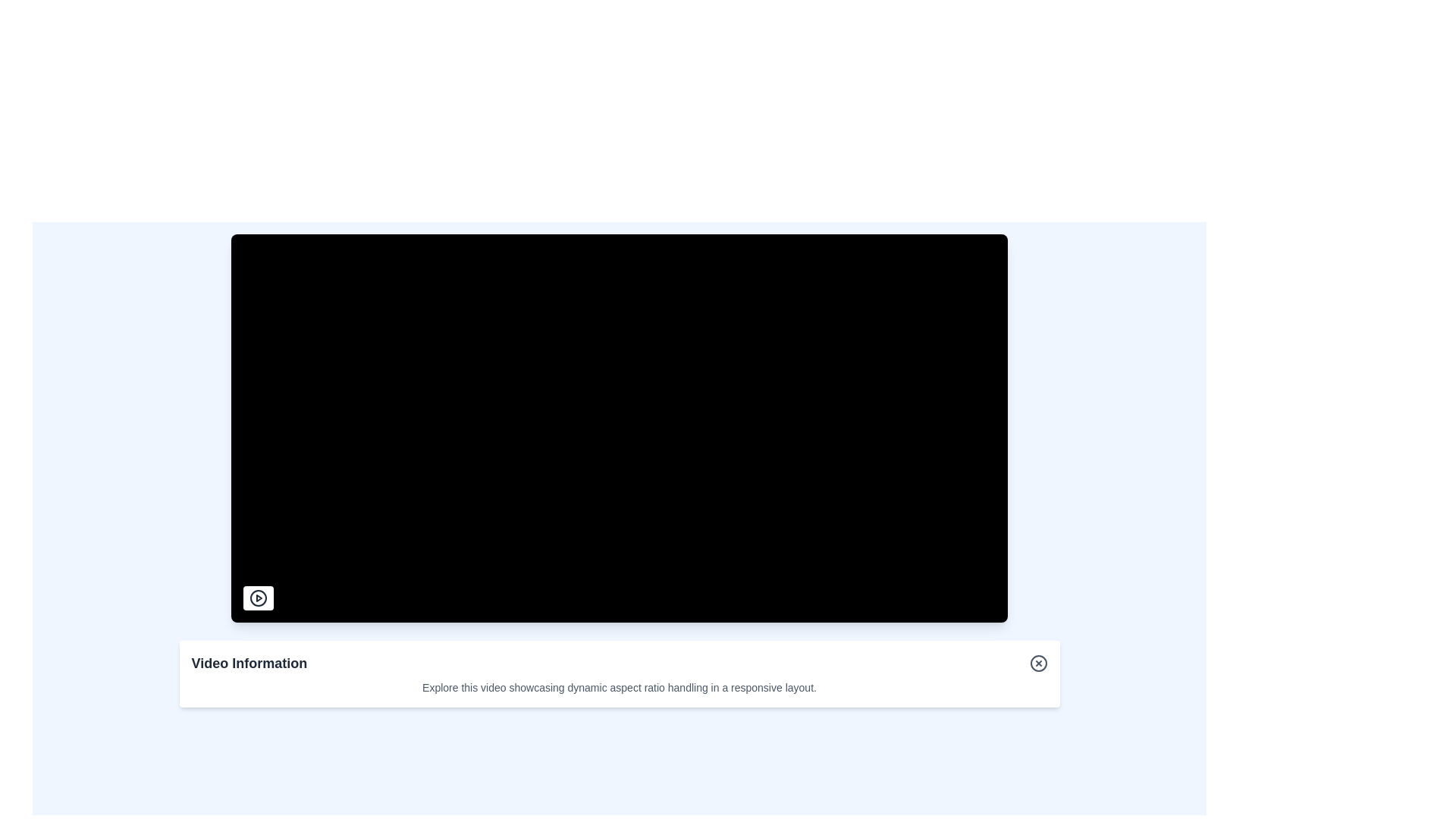  Describe the element at coordinates (258, 598) in the screenshot. I see `the play button SVG icon, which is a circular button with a black outline and a solid black triangular play symbol inside` at that location.